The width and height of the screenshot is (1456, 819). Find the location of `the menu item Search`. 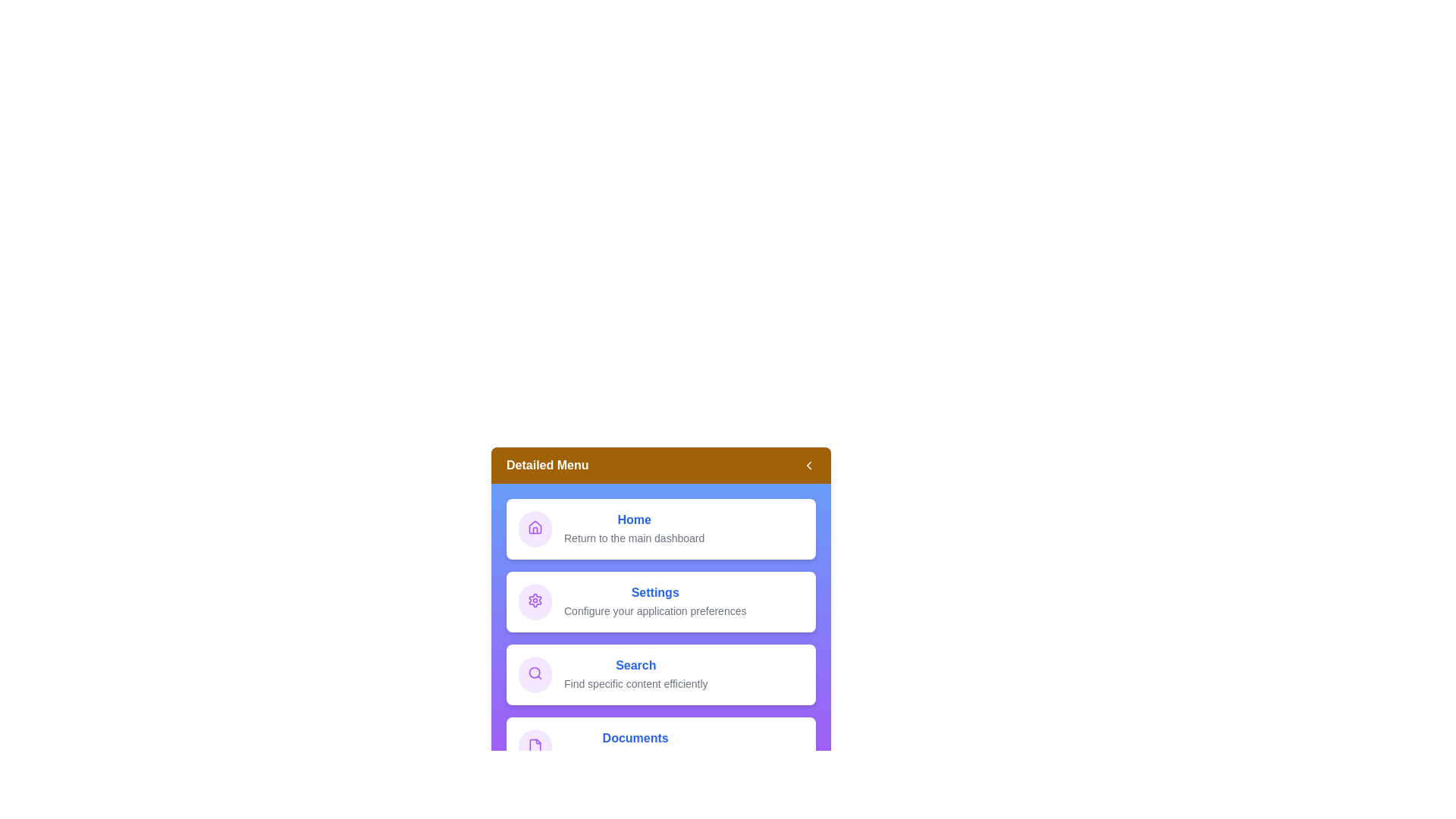

the menu item Search is located at coordinates (661, 674).